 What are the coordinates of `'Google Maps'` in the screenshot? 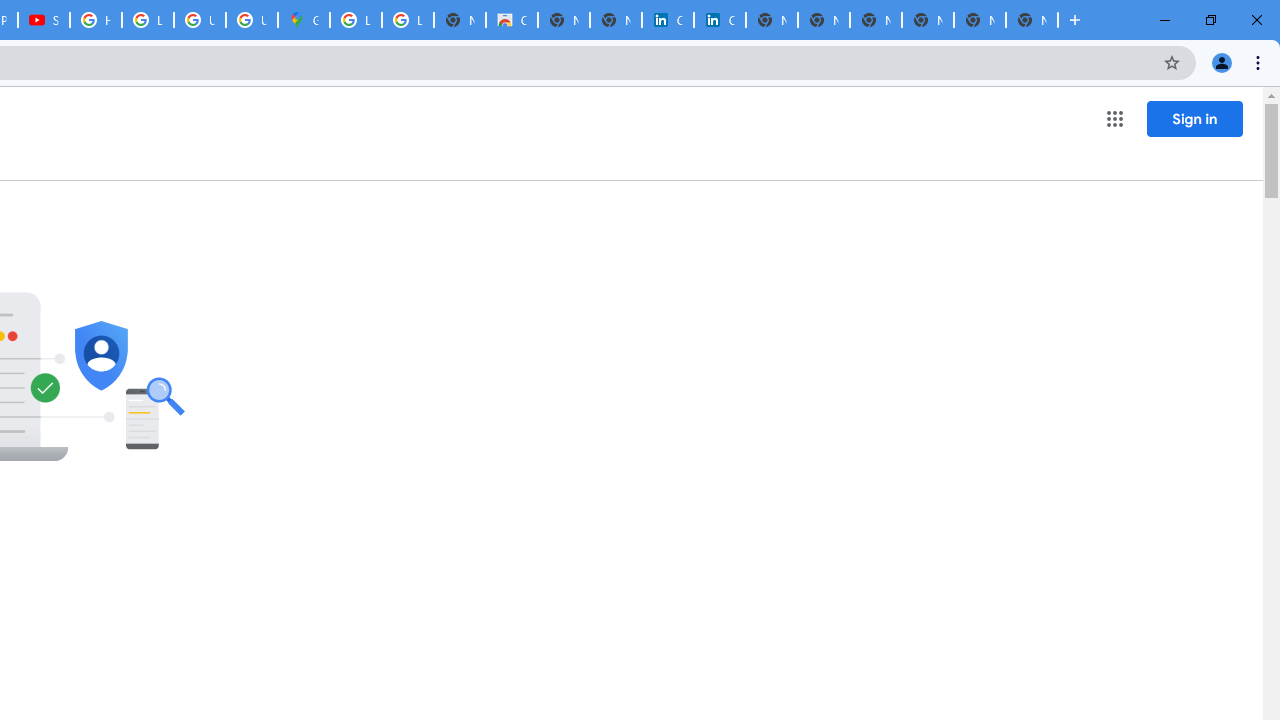 It's located at (303, 20).